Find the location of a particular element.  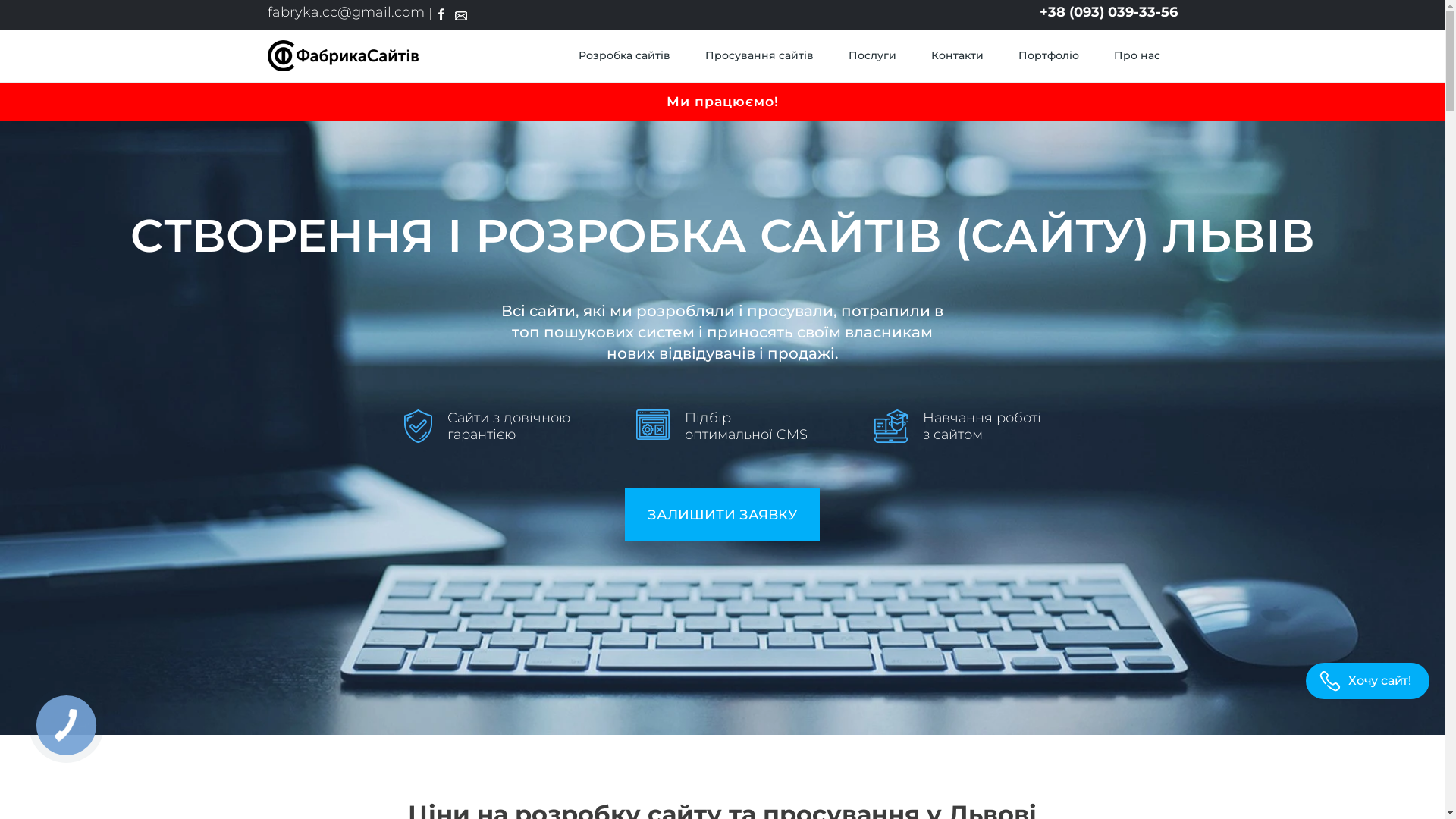

'fabryka.cc@gmail.com' is located at coordinates (266, 11).